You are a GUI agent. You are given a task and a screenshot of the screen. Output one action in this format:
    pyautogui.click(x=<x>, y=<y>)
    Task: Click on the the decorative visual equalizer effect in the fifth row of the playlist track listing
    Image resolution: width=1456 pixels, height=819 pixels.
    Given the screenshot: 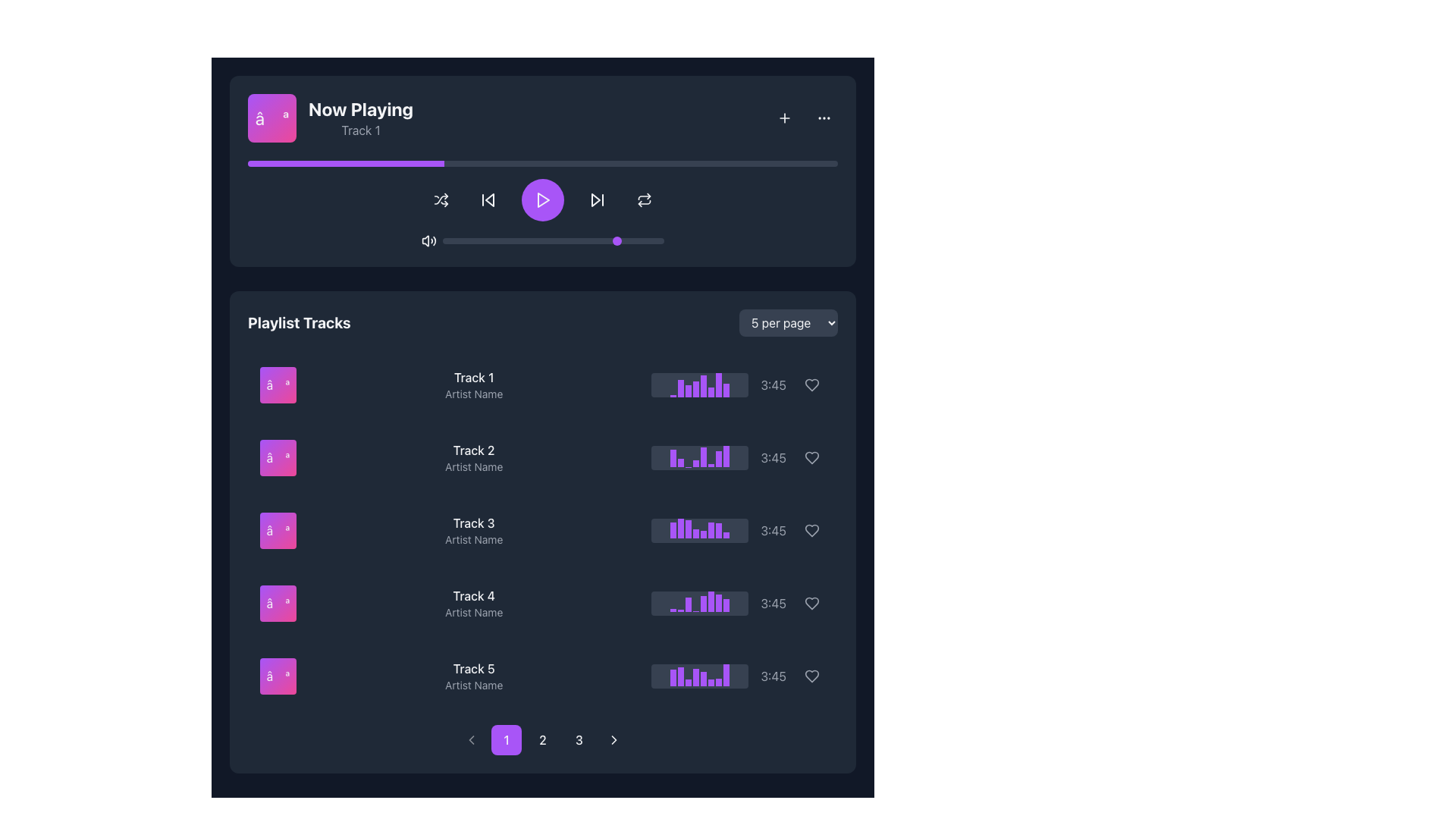 What is the action you would take?
    pyautogui.click(x=739, y=675)
    